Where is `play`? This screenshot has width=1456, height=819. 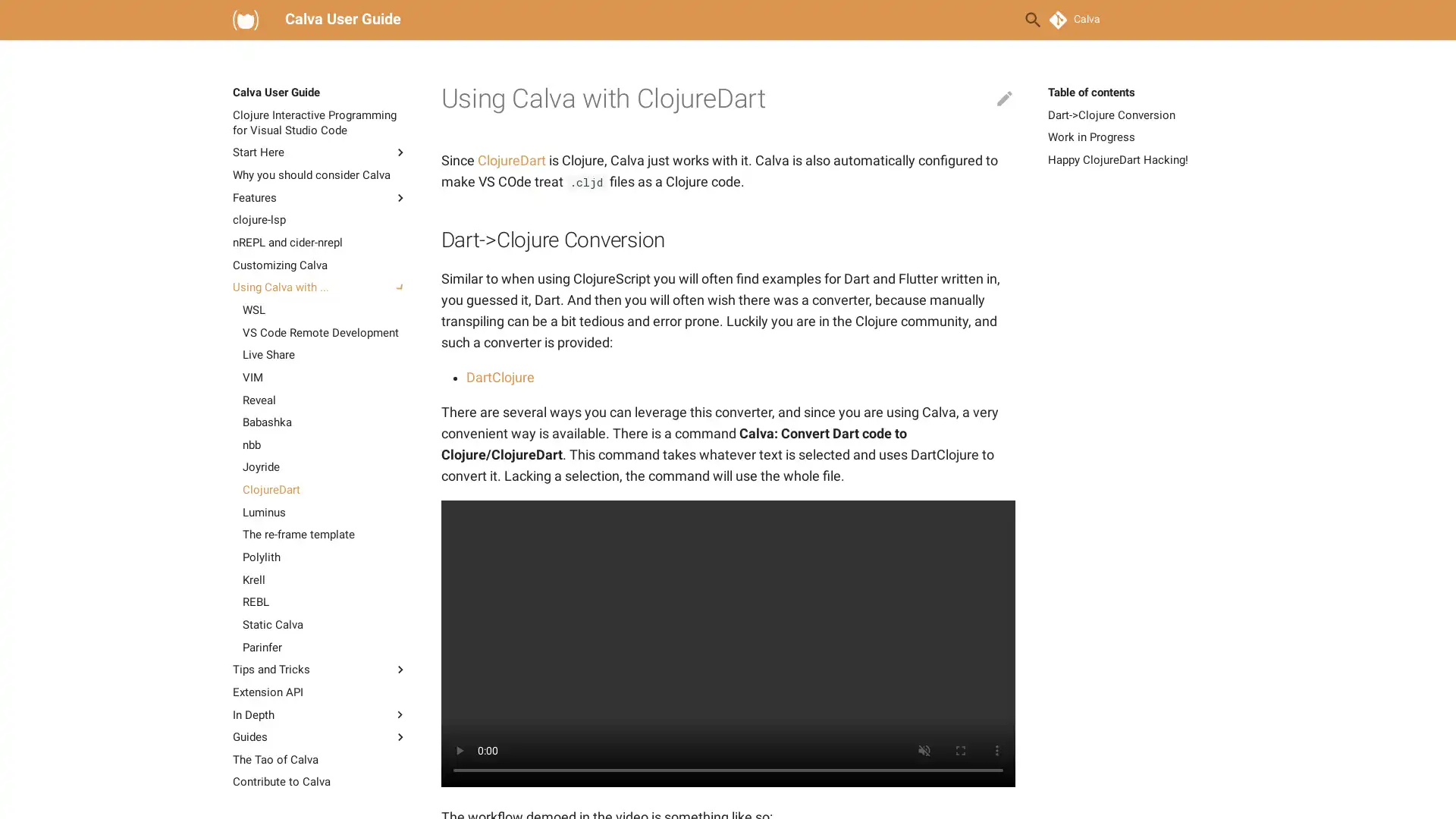
play is located at coordinates (457, 751).